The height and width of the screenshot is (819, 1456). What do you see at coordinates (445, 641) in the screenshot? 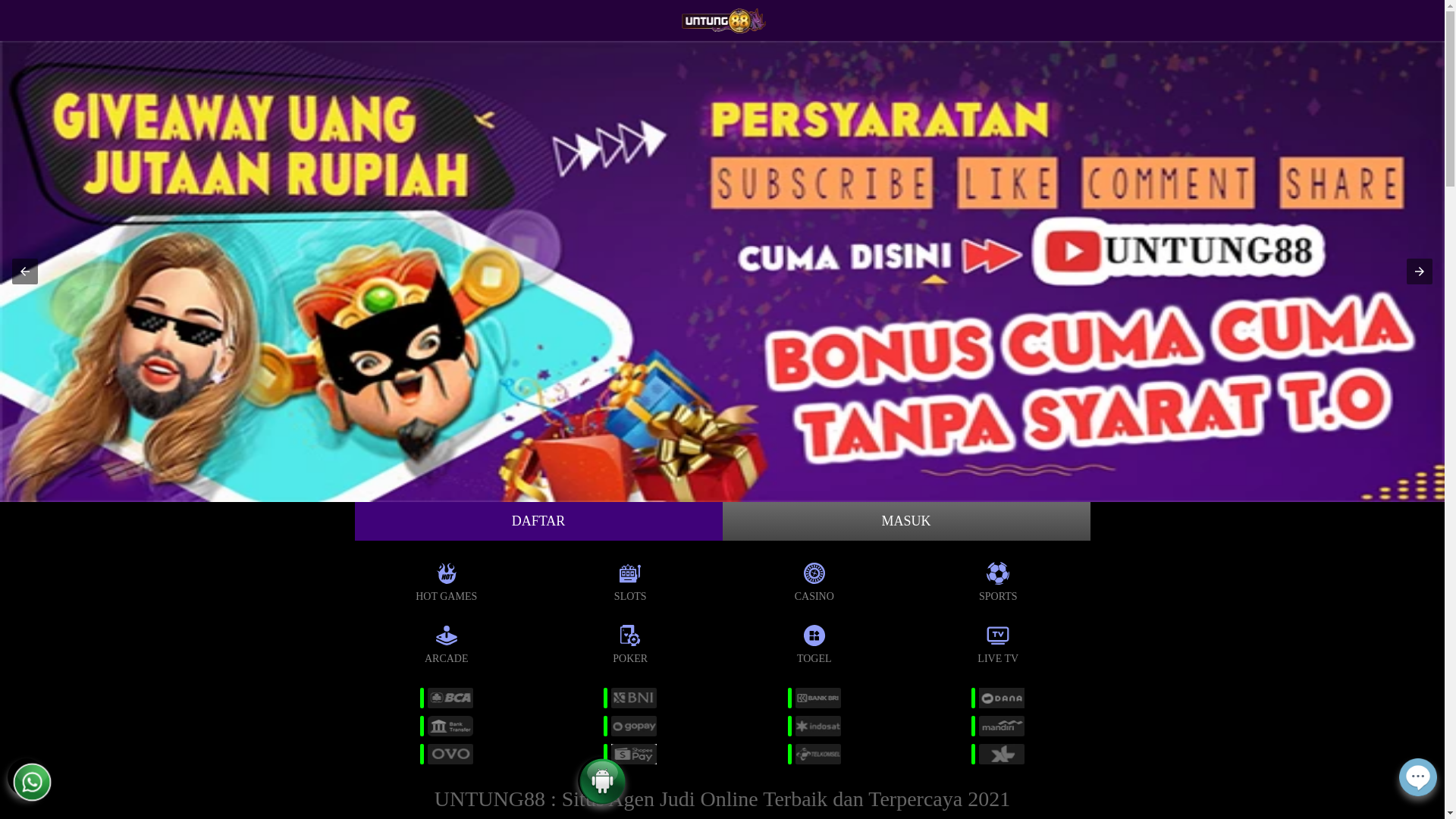
I see `'ARCADE'` at bounding box center [445, 641].